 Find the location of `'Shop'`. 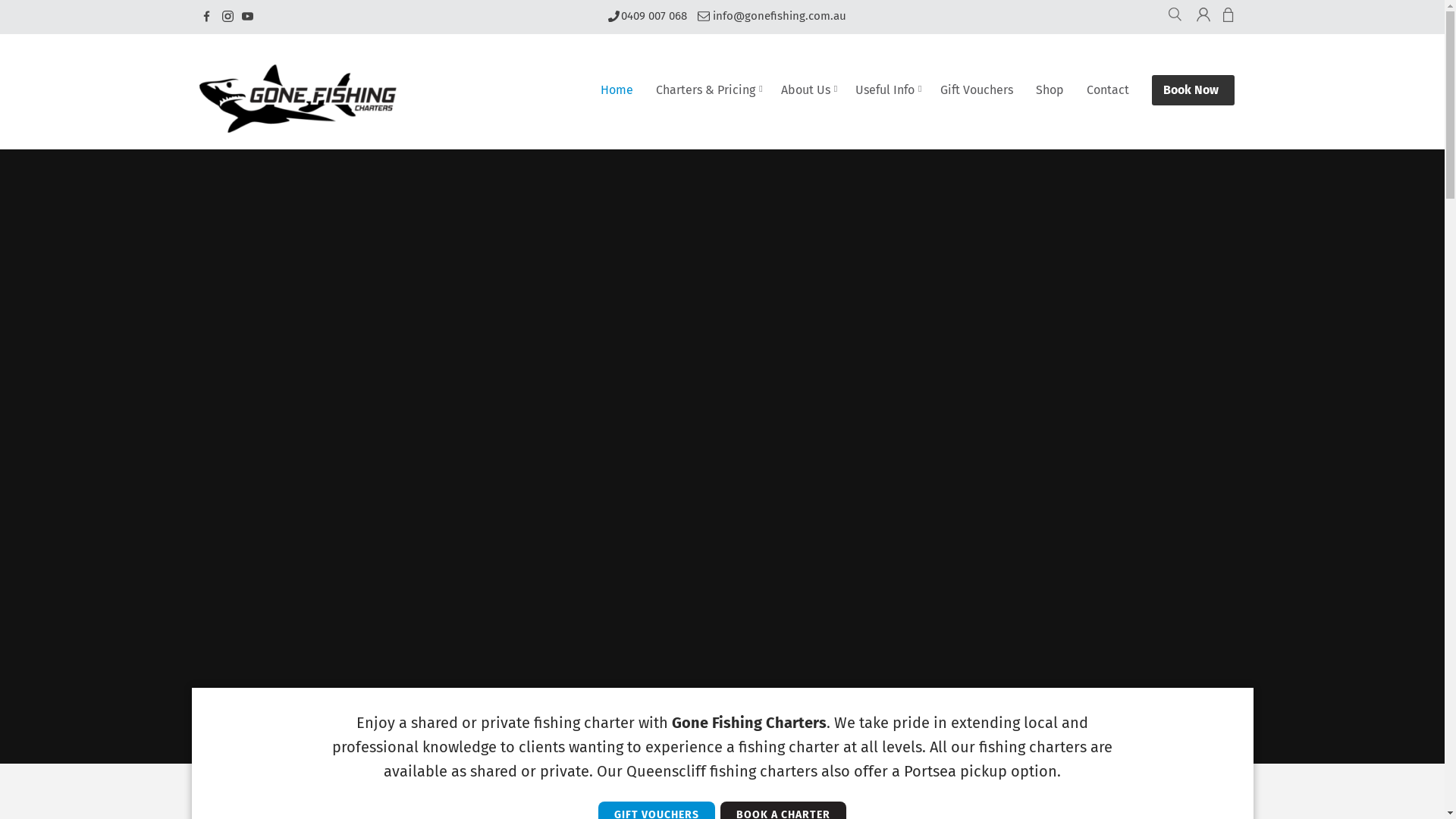

'Shop' is located at coordinates (1035, 90).